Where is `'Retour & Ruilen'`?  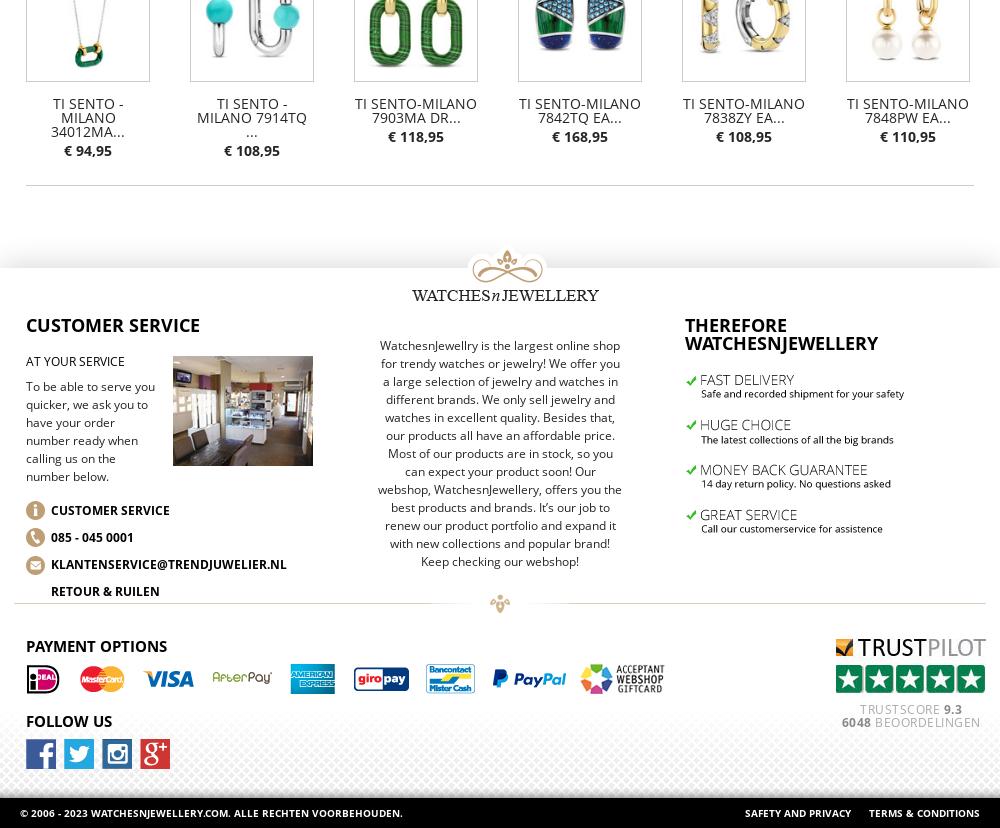
'Retour & Ruilen' is located at coordinates (104, 590).